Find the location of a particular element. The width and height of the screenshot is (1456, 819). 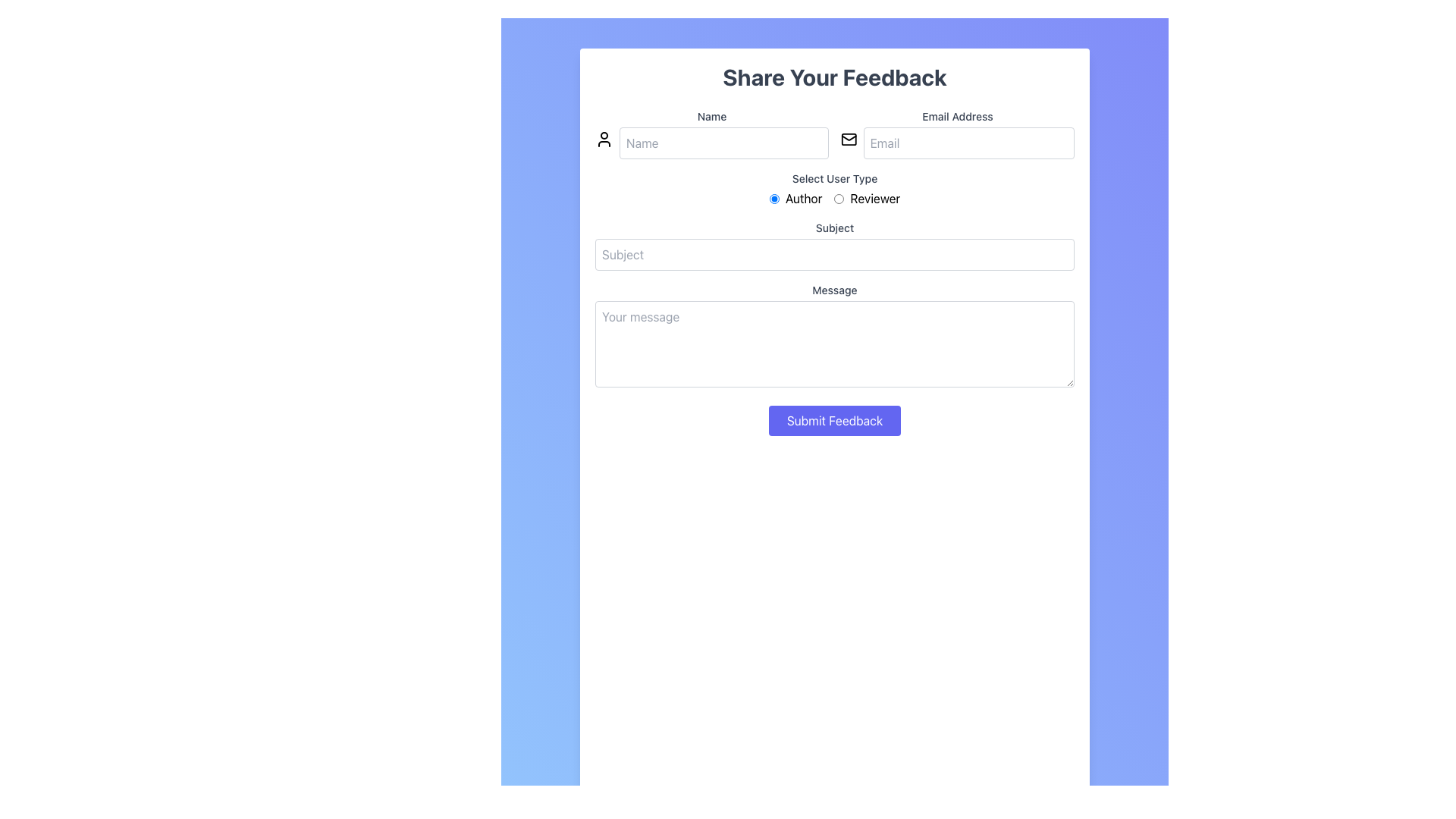

the labels of the Radio button group that allows users to specify their role as 'Author' or 'Reviewer' in the 'Share Your Feedback' form is located at coordinates (833, 189).